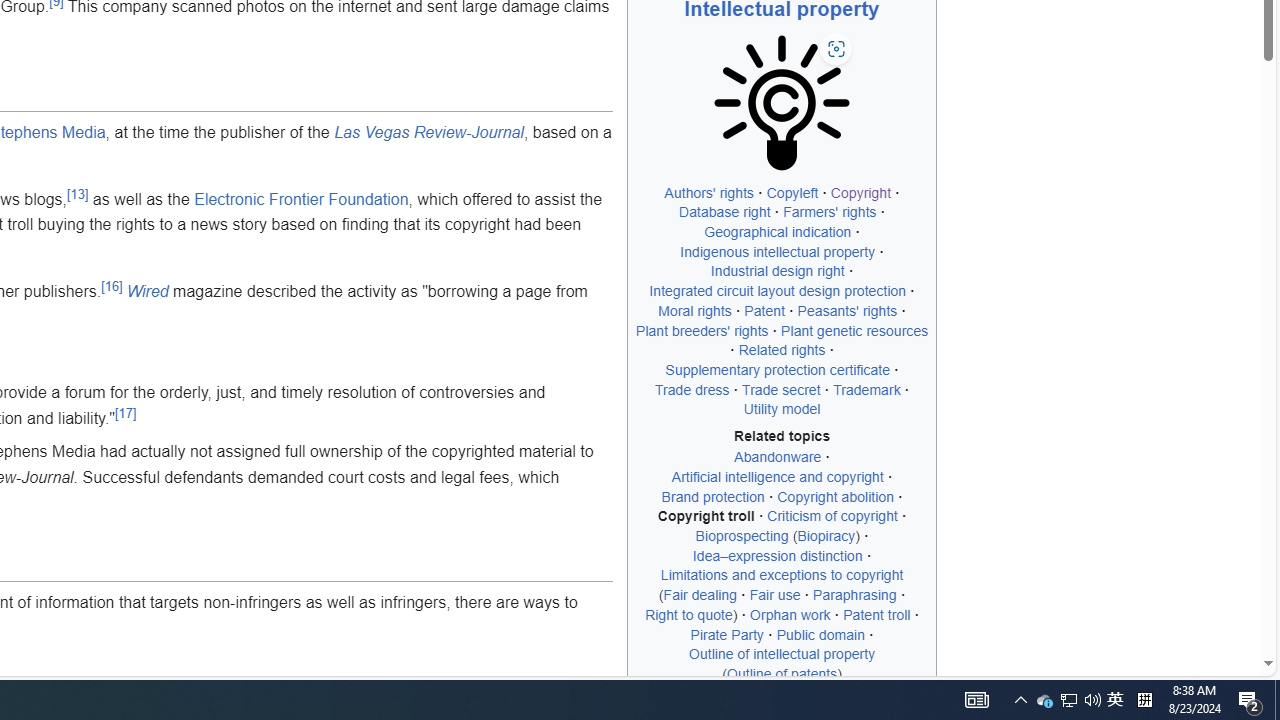  I want to click on 'Right to quote)', so click(691, 613).